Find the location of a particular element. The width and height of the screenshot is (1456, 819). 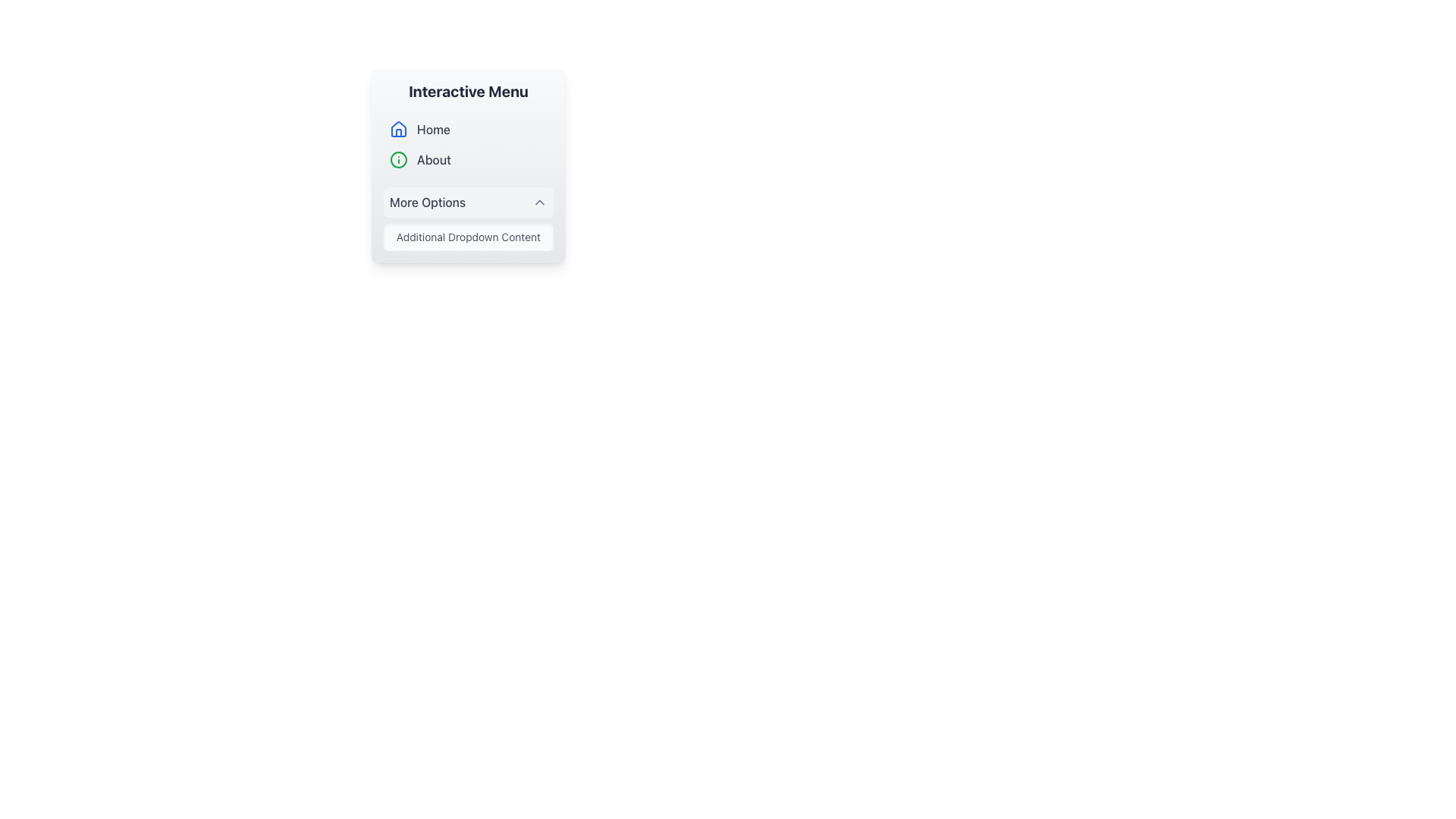

the Text Label that serves as a menu option identifier for an expandable dropdown menu located below 'Home' and 'About' is located at coordinates (427, 201).